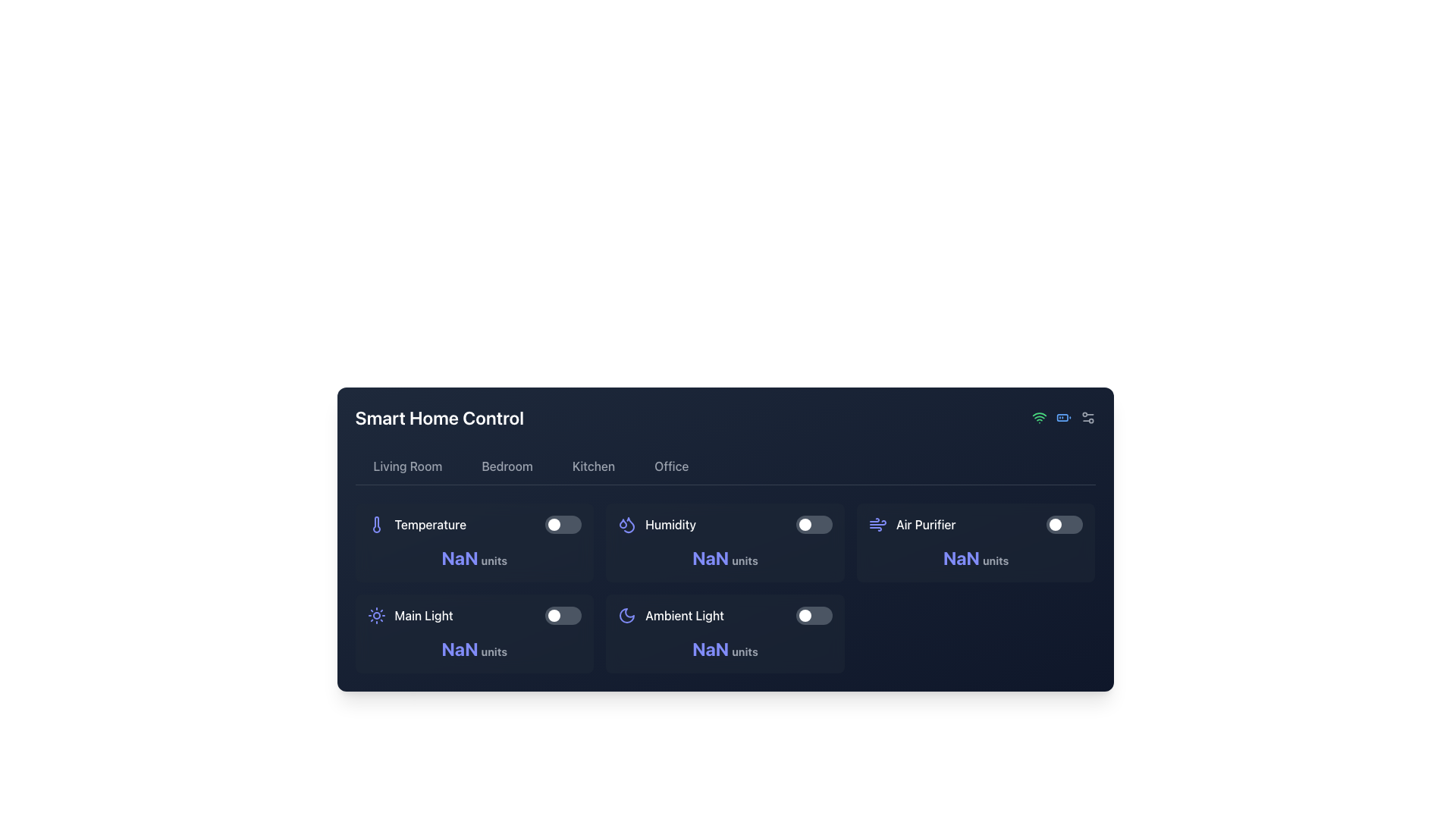 The image size is (1456, 819). What do you see at coordinates (976, 558) in the screenshot?
I see `the text display showing 'NaN units', which is located below the title 'Air Purifier' and next to the toggle switch` at bounding box center [976, 558].